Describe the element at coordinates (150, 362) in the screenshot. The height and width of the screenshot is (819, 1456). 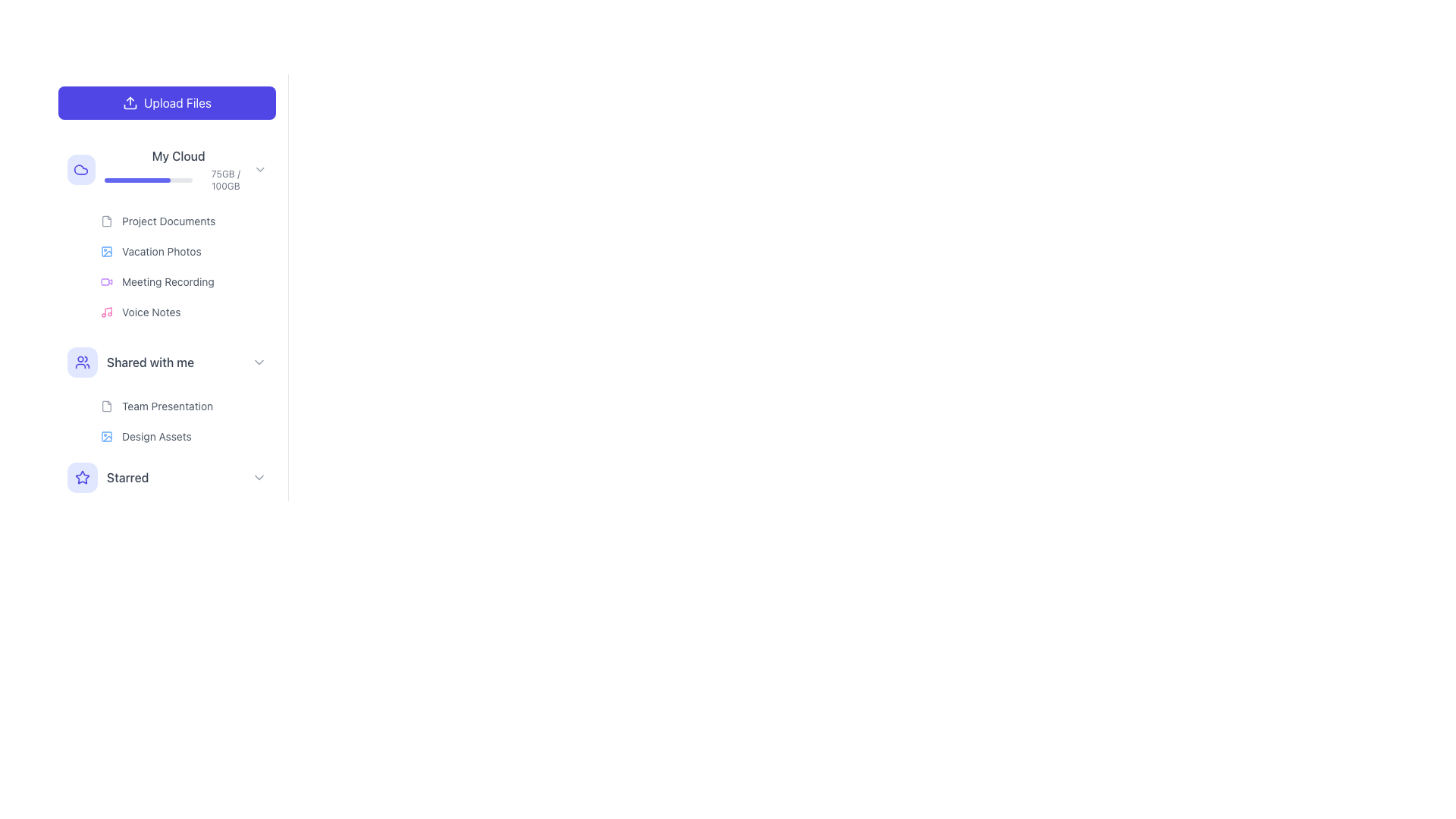
I see `the static text label reading 'Shared with me' in the sidebar menu` at that location.